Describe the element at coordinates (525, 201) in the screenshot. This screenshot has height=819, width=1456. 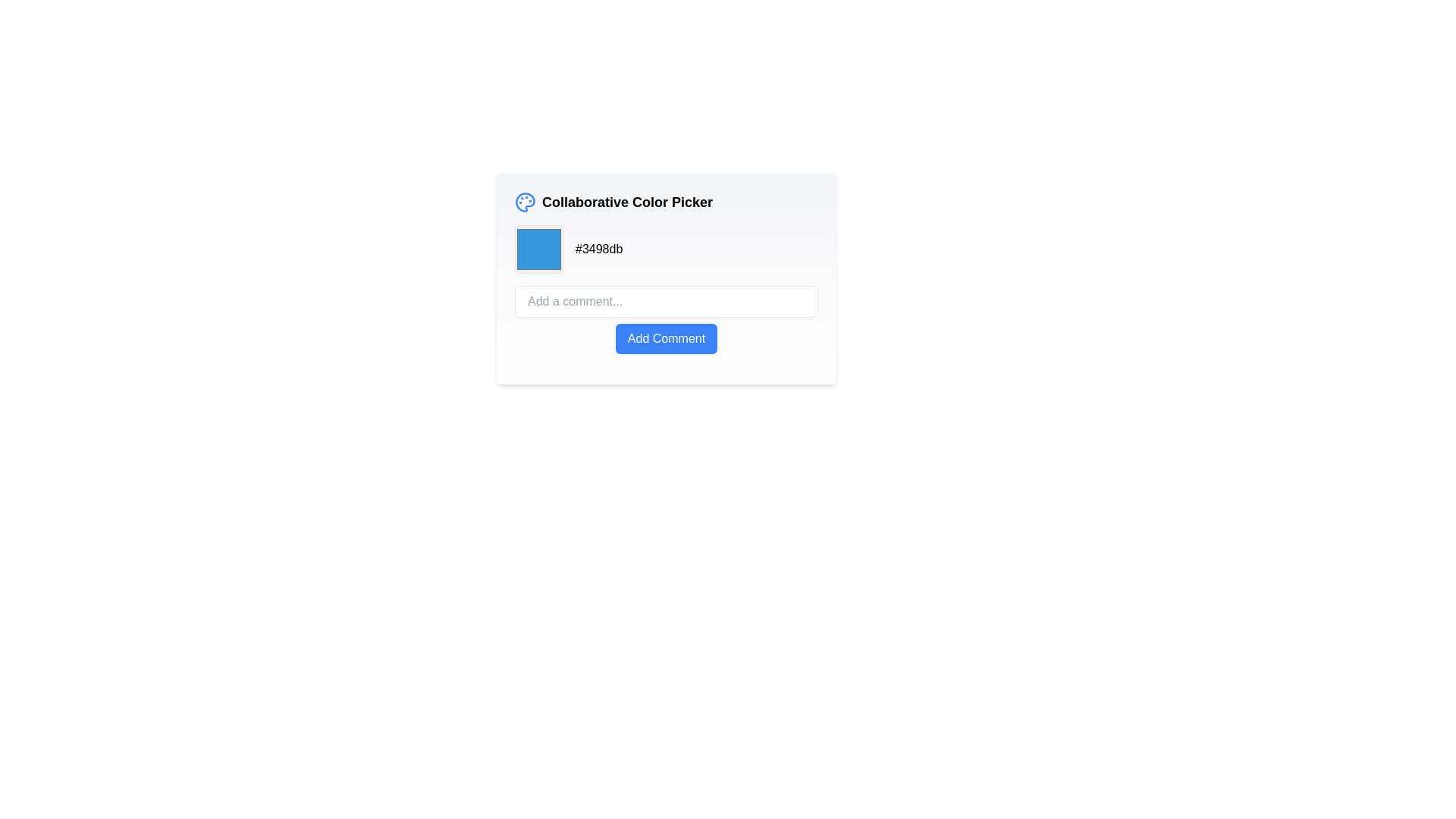
I see `the decorative vector graphic component that is part of the palette icon in the top-left corner of the interface` at that location.